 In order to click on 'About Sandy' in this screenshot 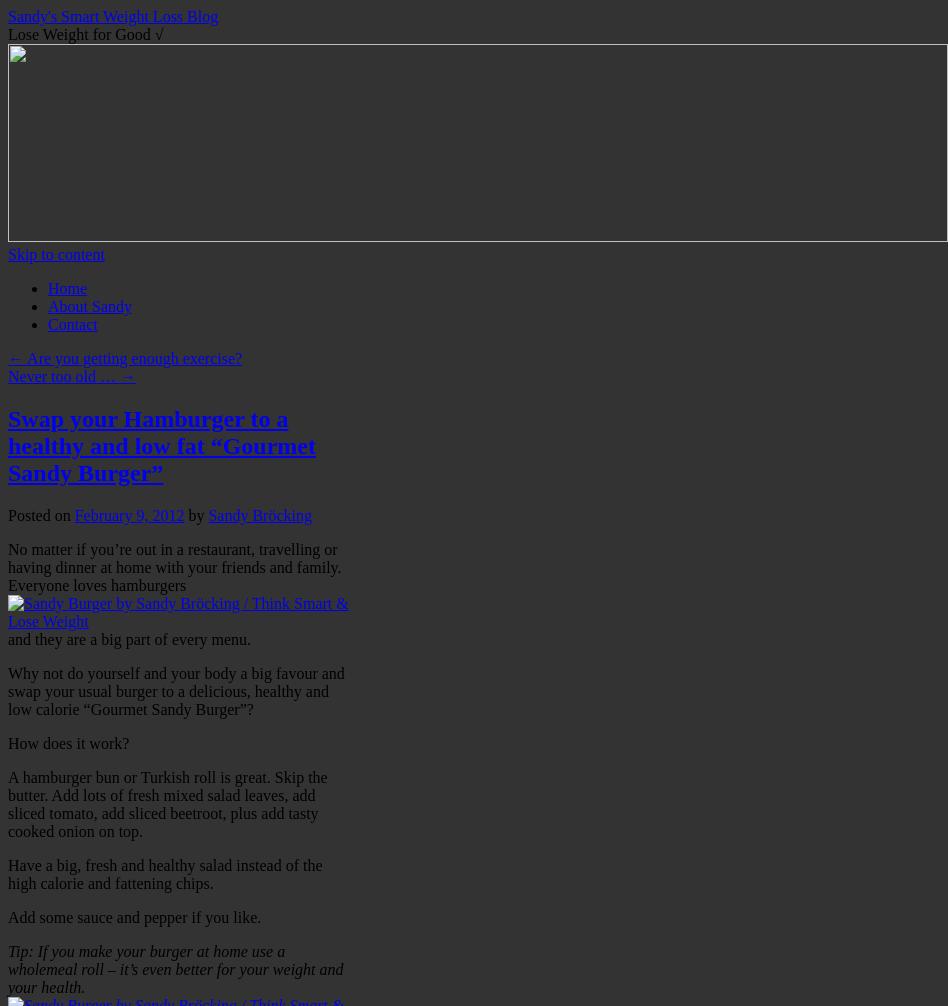, I will do `click(89, 305)`.